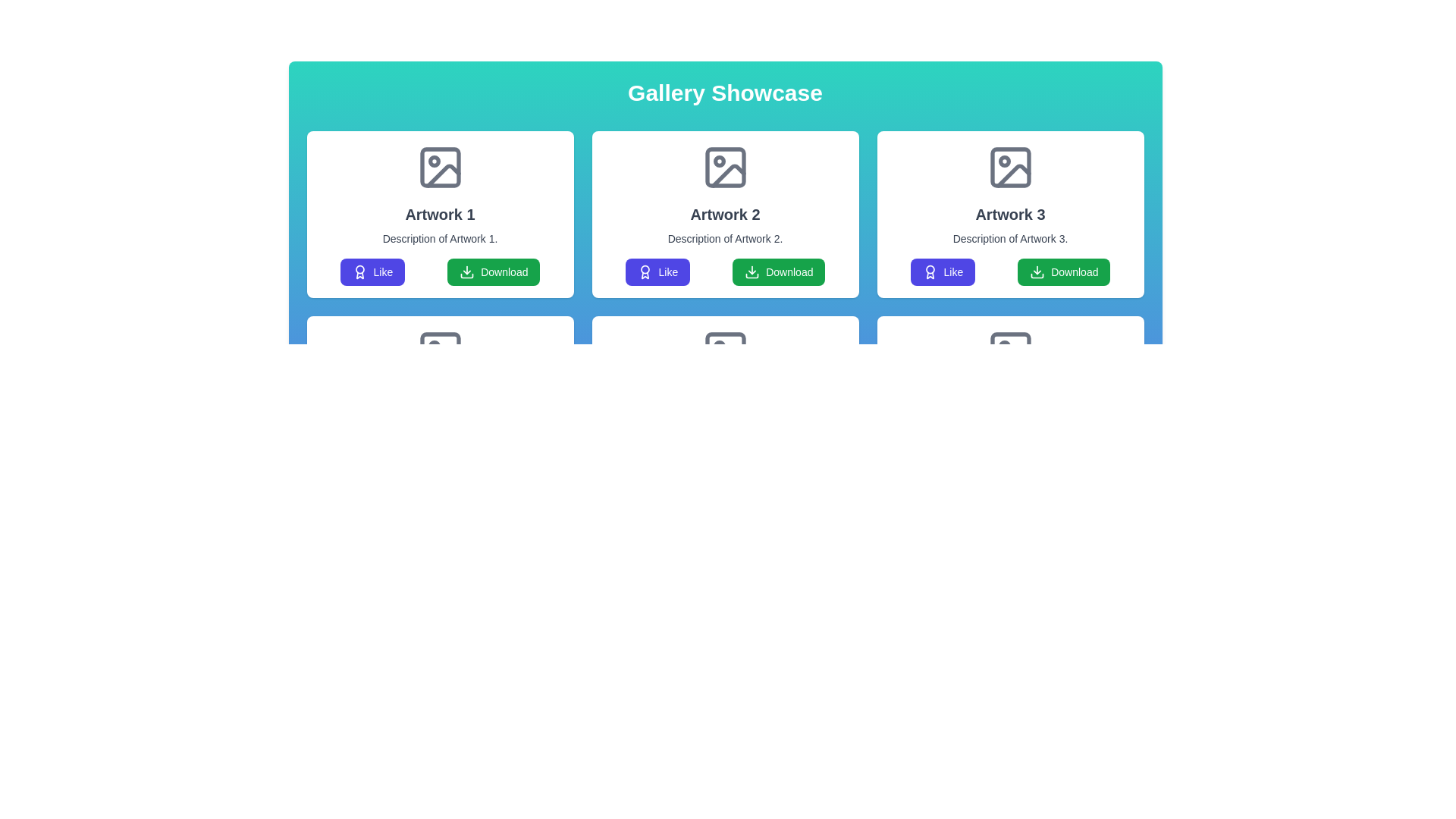  What do you see at coordinates (1037, 271) in the screenshot?
I see `the small green download icon with a downward arrow located within the 'Download' button to initiate a download action` at bounding box center [1037, 271].